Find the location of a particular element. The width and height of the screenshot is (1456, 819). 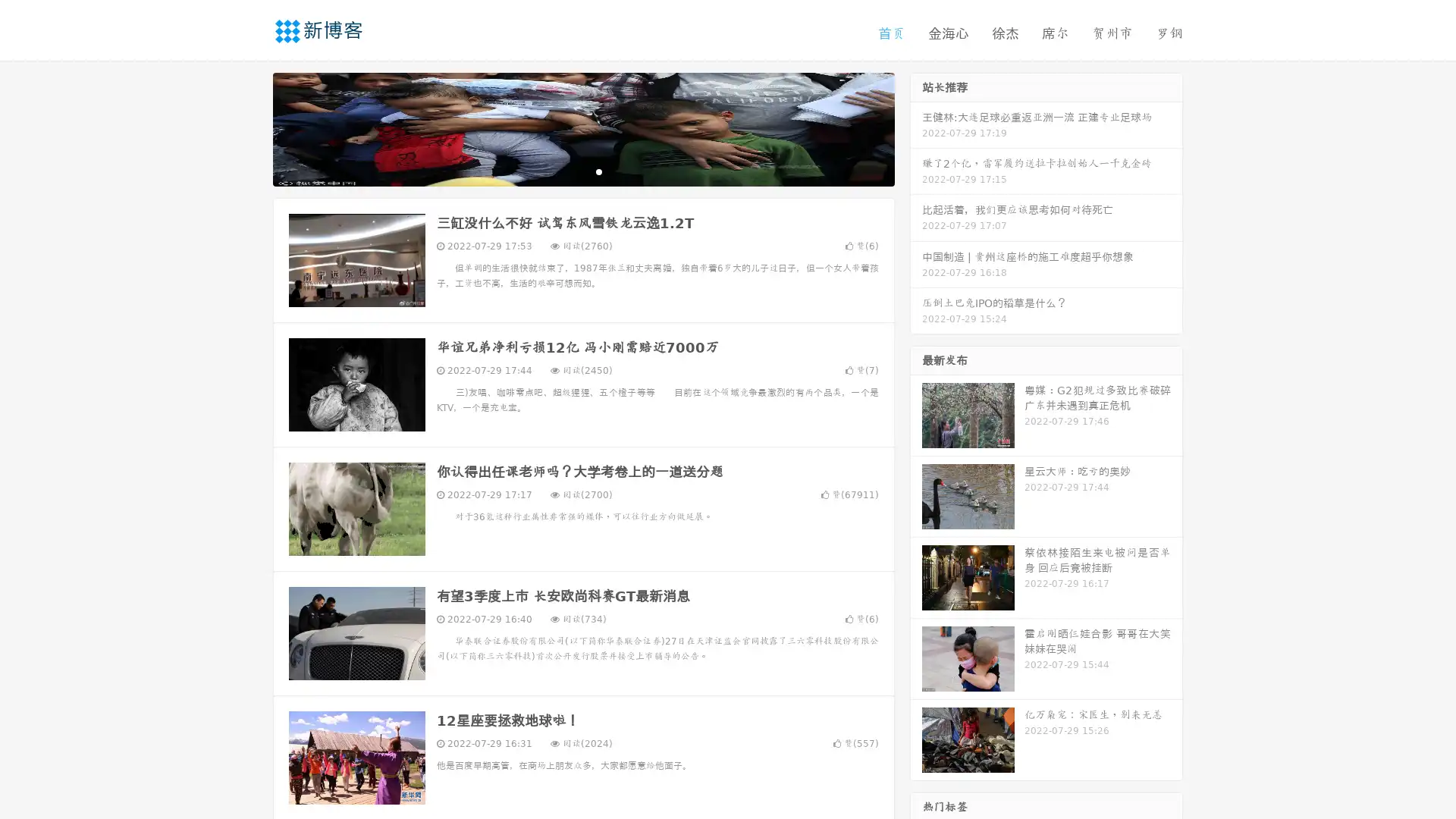

Previous slide is located at coordinates (250, 127).